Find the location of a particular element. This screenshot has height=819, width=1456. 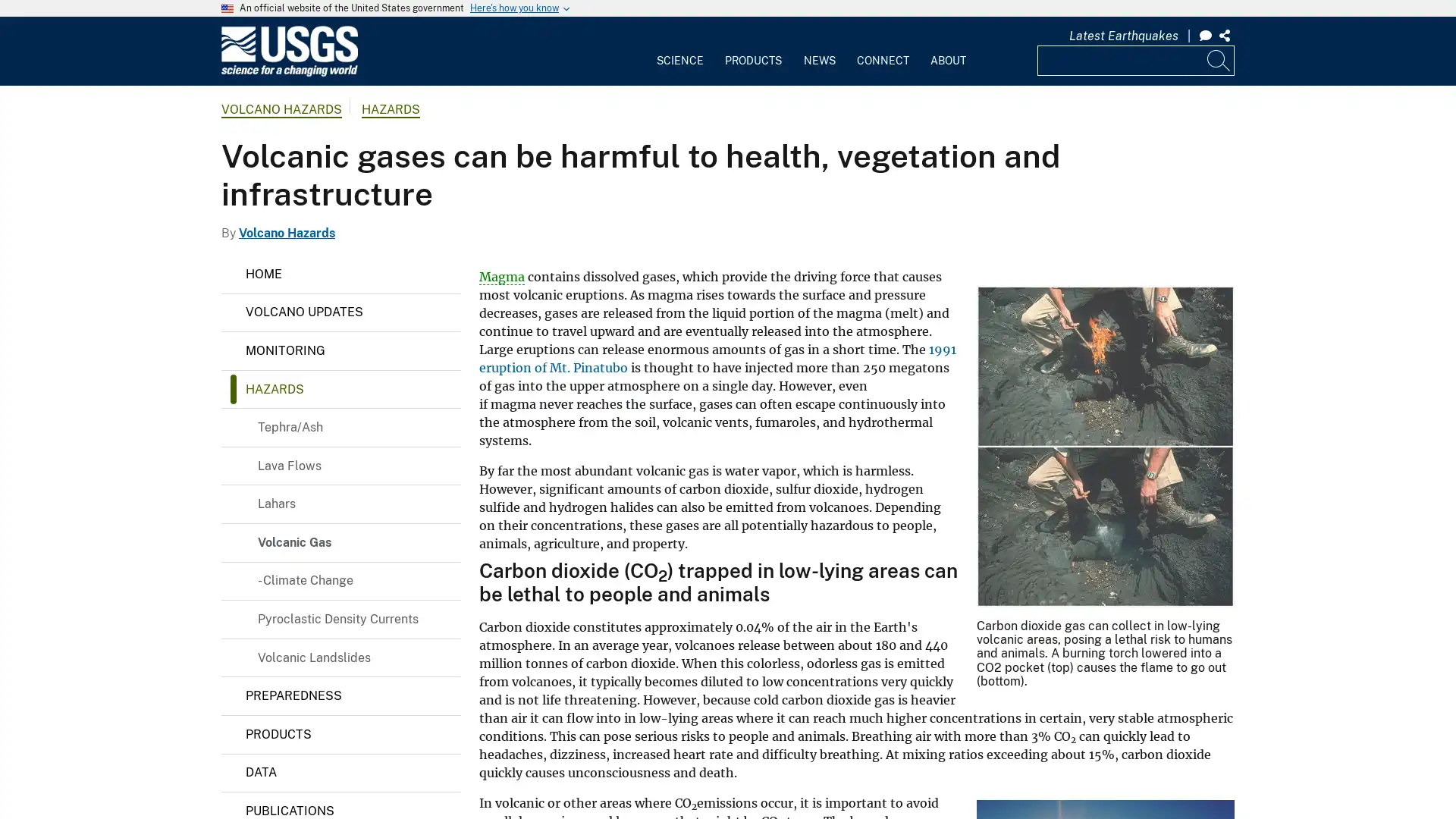

SCIENCE is located at coordinates (679, 49).